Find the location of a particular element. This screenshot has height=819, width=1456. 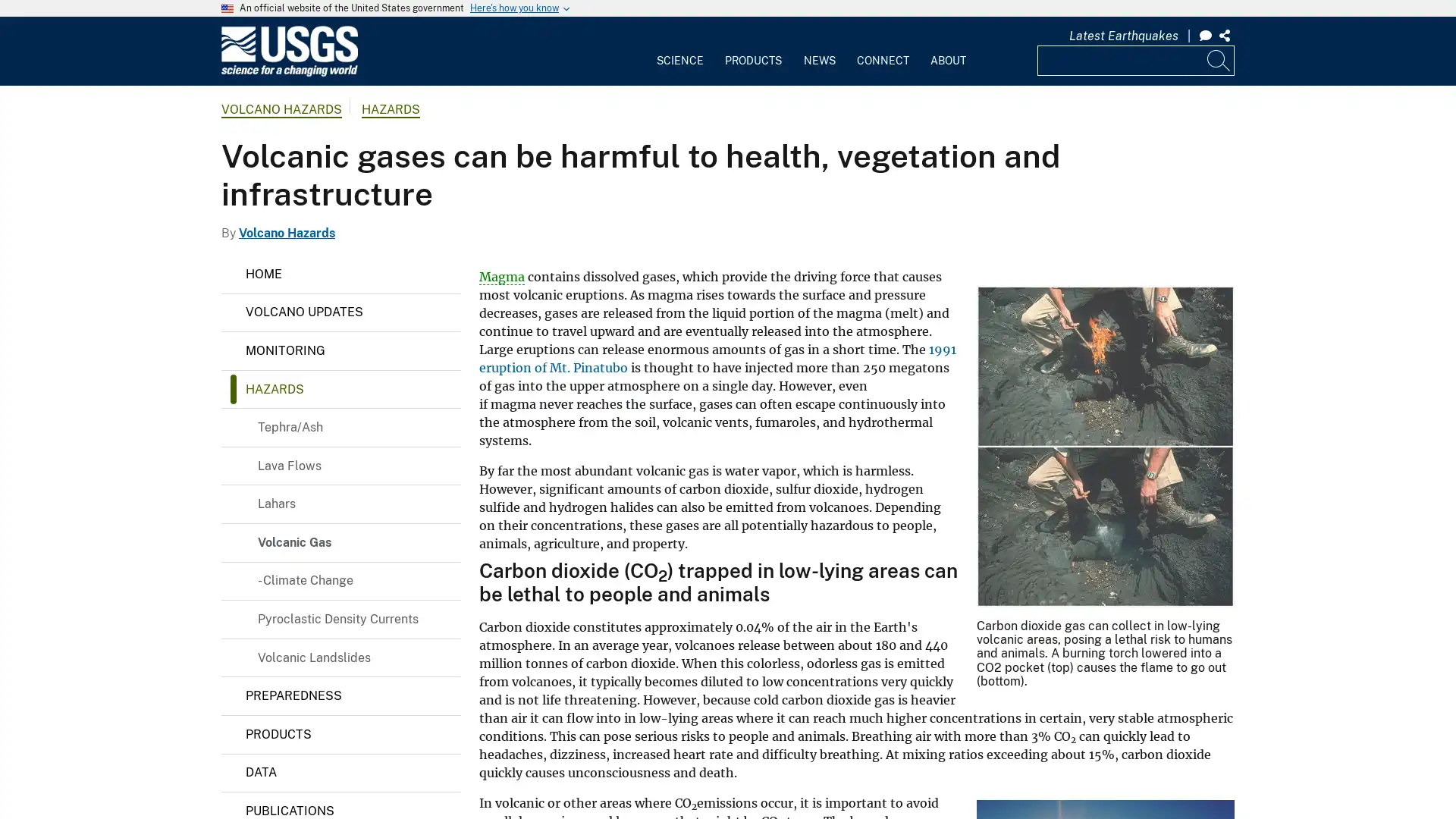

SCIENCE is located at coordinates (679, 49).